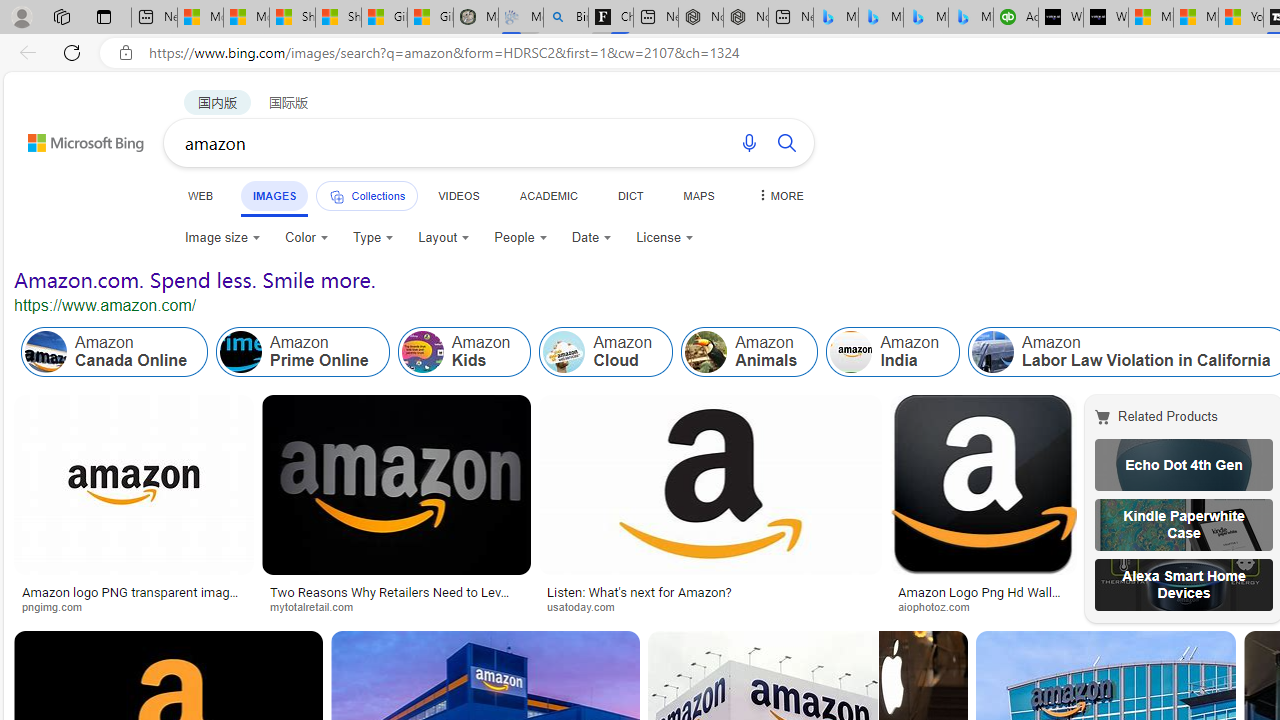  I want to click on 'Amazon Animals', so click(749, 351).